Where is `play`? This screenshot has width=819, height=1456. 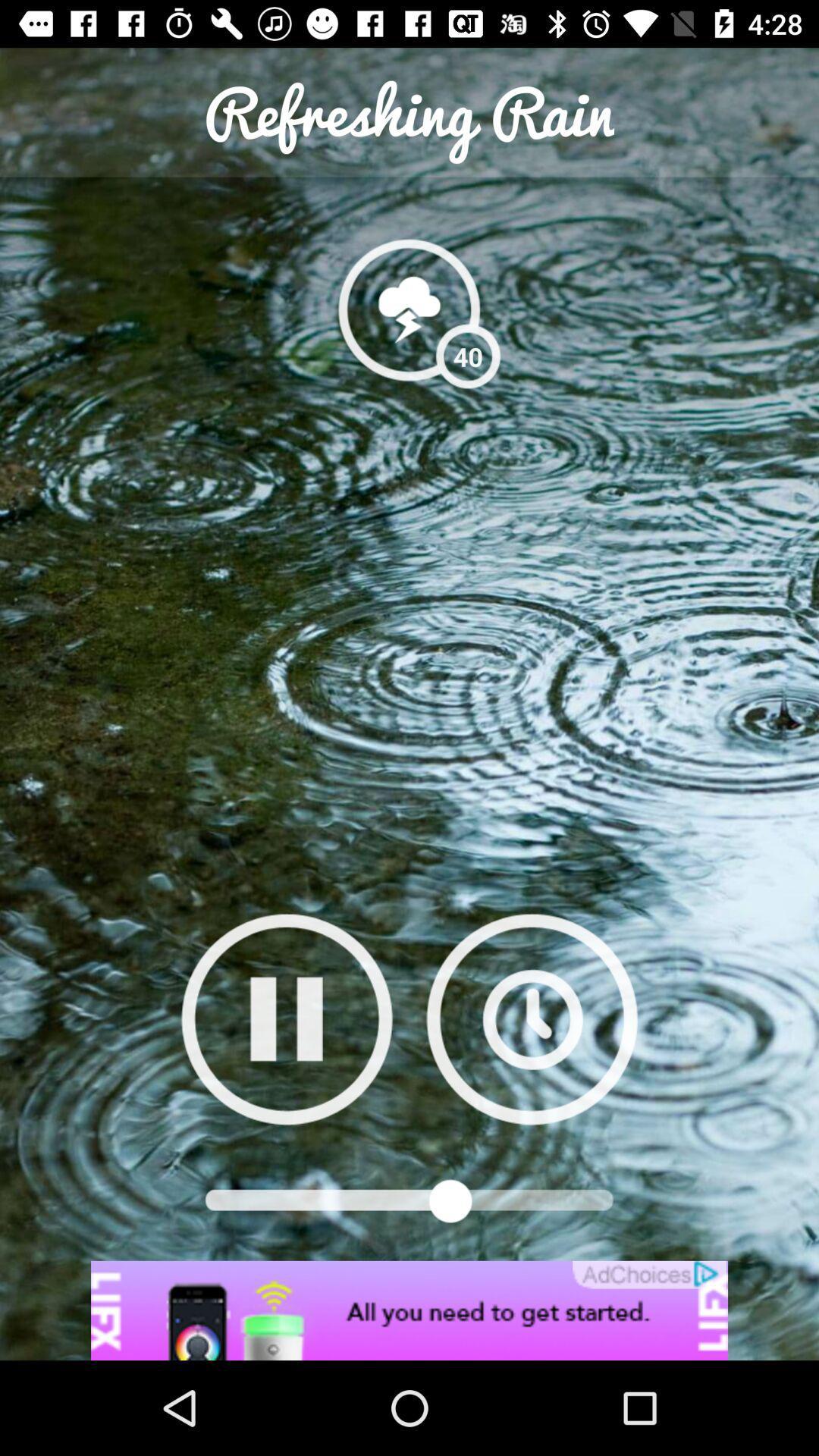
play is located at coordinates (287, 1018).